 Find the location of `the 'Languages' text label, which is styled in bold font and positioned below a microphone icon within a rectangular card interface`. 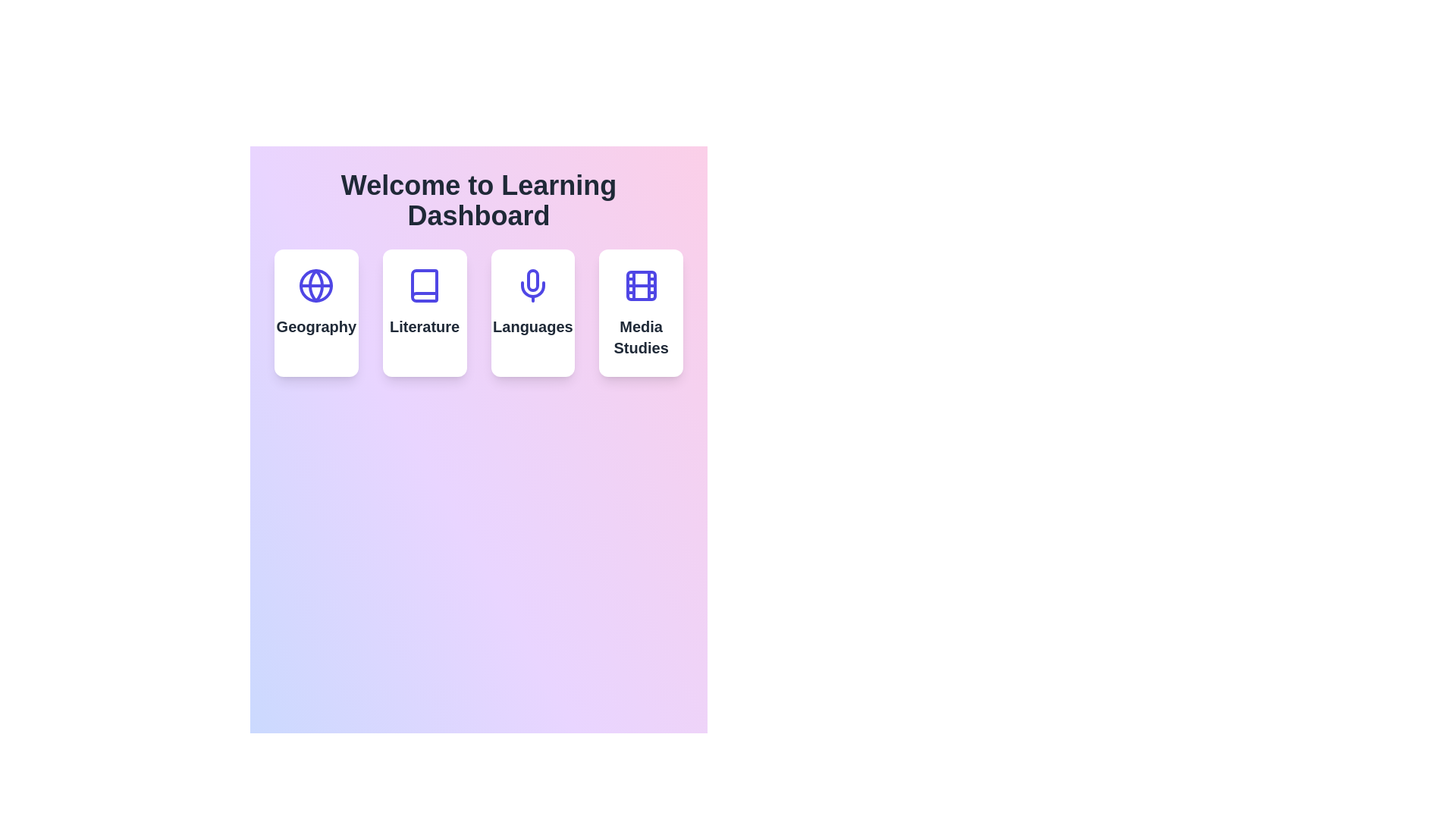

the 'Languages' text label, which is styled in bold font and positioned below a microphone icon within a rectangular card interface is located at coordinates (532, 326).